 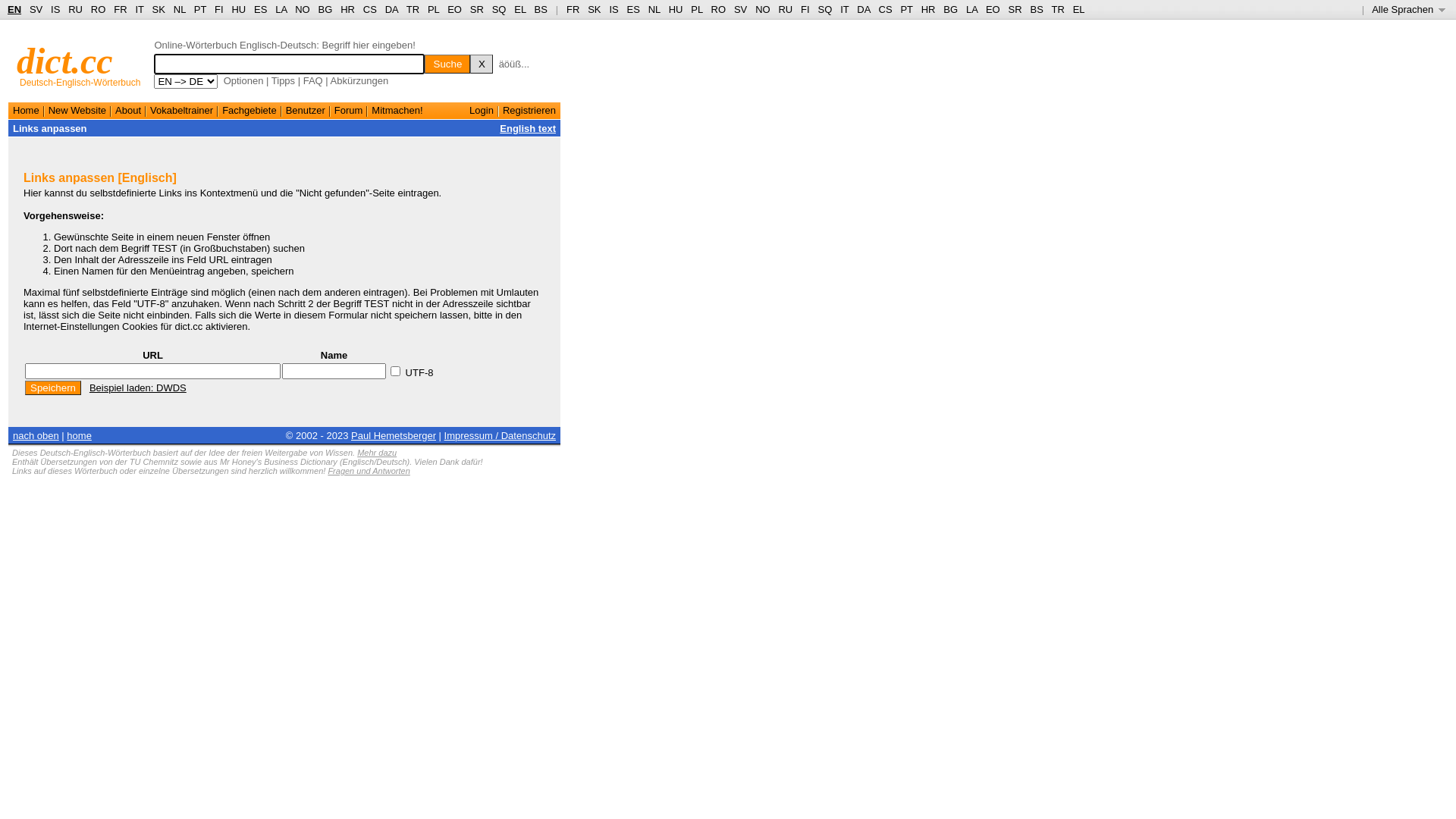 I want to click on 'Suche', so click(x=425, y=63).